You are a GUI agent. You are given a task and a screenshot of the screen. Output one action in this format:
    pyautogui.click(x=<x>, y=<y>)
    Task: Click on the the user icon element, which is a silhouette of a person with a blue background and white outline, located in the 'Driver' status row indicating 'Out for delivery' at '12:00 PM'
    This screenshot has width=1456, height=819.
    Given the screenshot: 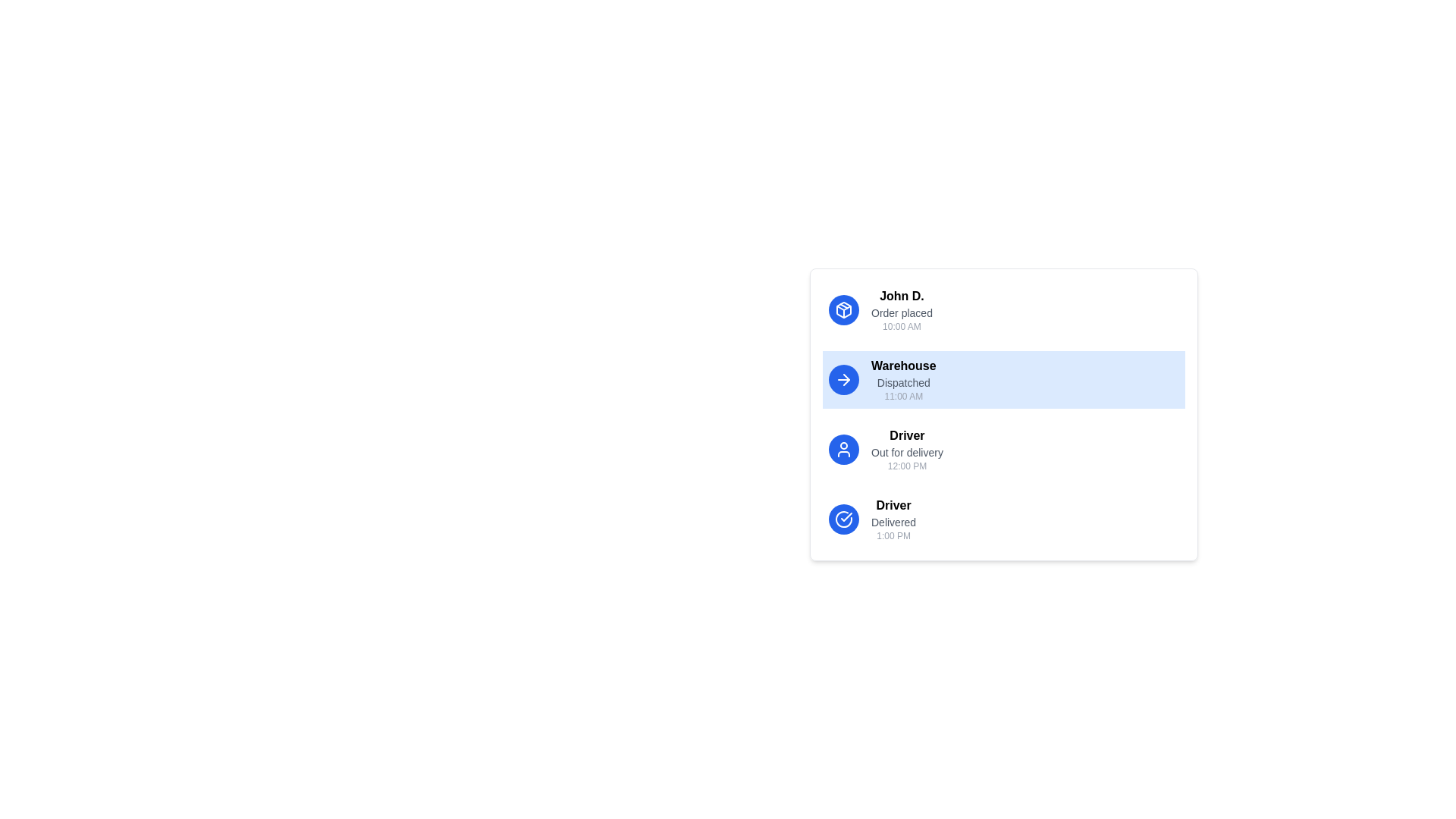 What is the action you would take?
    pyautogui.click(x=843, y=449)
    